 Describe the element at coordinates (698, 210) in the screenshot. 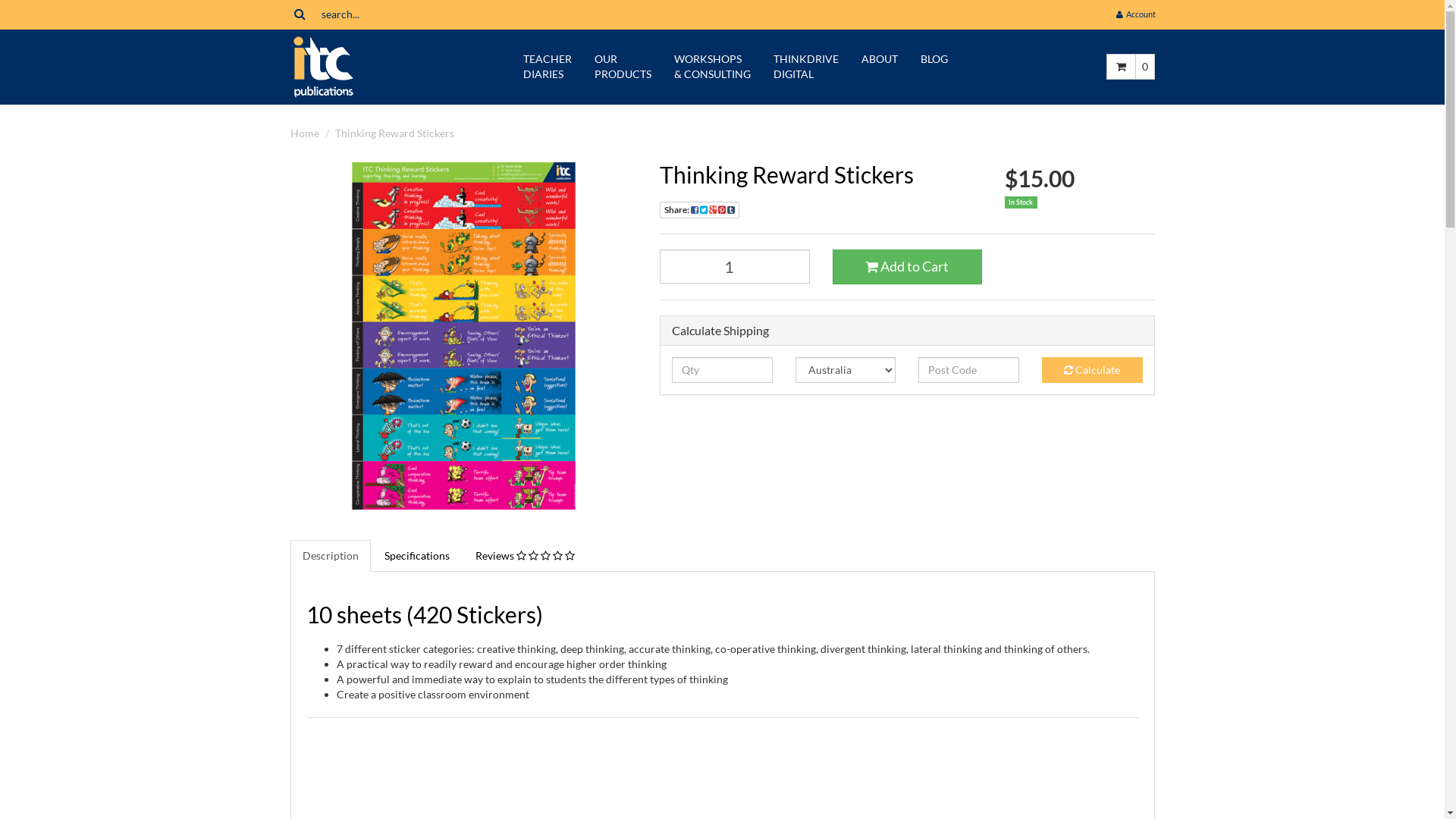

I see `'Share:'` at that location.